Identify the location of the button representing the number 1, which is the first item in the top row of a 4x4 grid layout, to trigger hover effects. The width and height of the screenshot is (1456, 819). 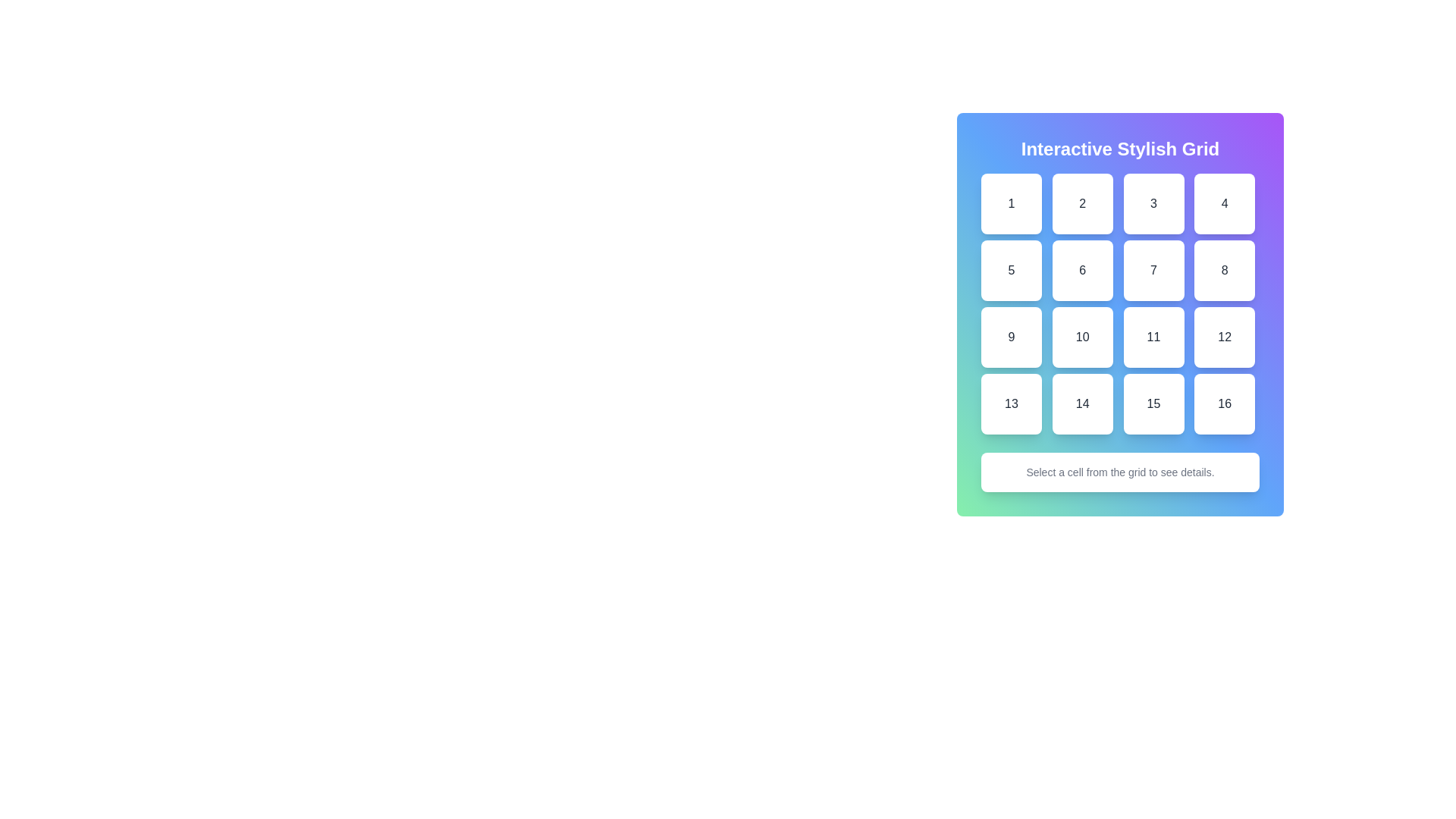
(1012, 203).